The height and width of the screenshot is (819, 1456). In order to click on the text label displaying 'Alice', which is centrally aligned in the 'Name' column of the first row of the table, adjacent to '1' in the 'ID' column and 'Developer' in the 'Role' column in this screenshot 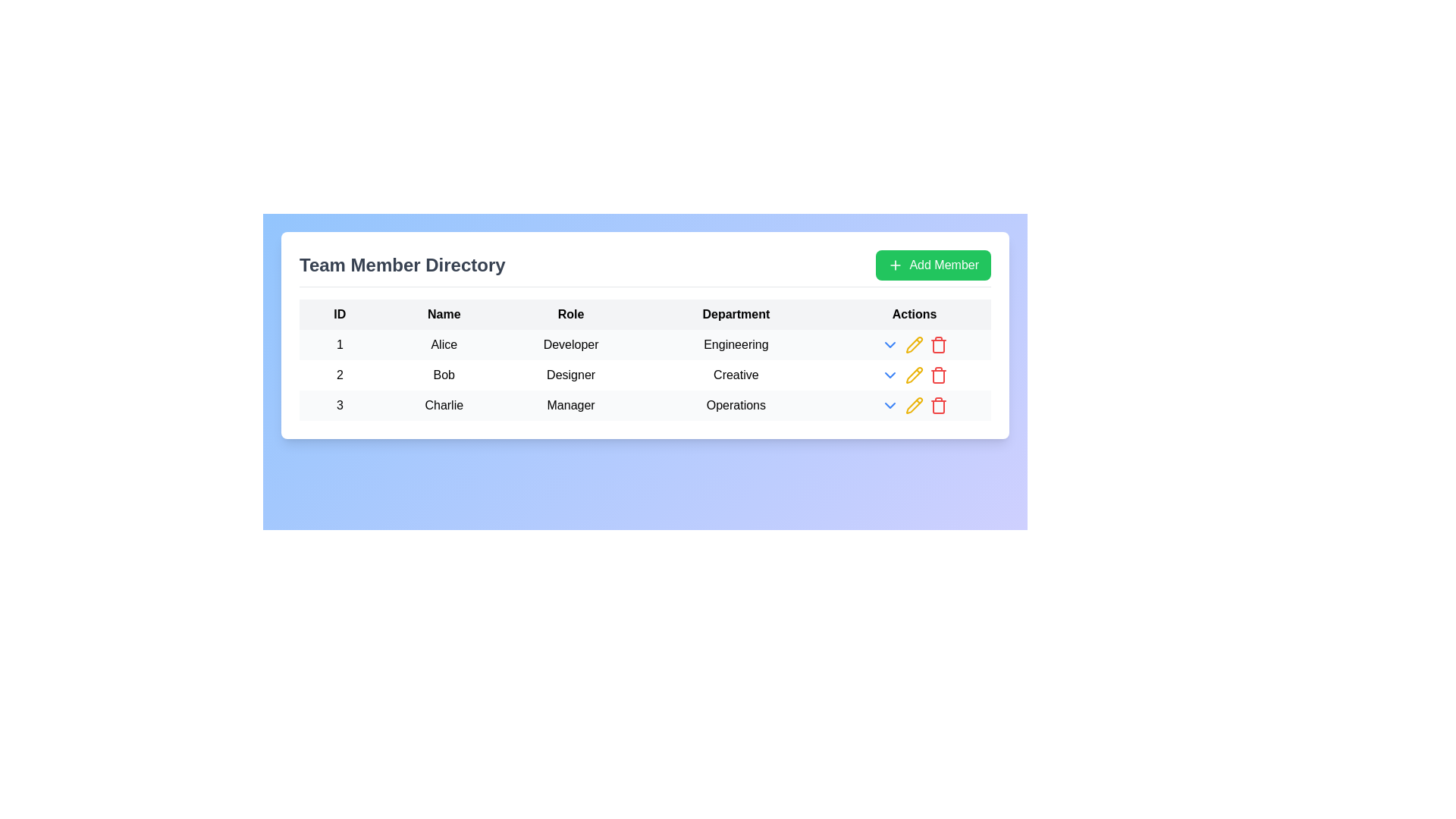, I will do `click(443, 345)`.